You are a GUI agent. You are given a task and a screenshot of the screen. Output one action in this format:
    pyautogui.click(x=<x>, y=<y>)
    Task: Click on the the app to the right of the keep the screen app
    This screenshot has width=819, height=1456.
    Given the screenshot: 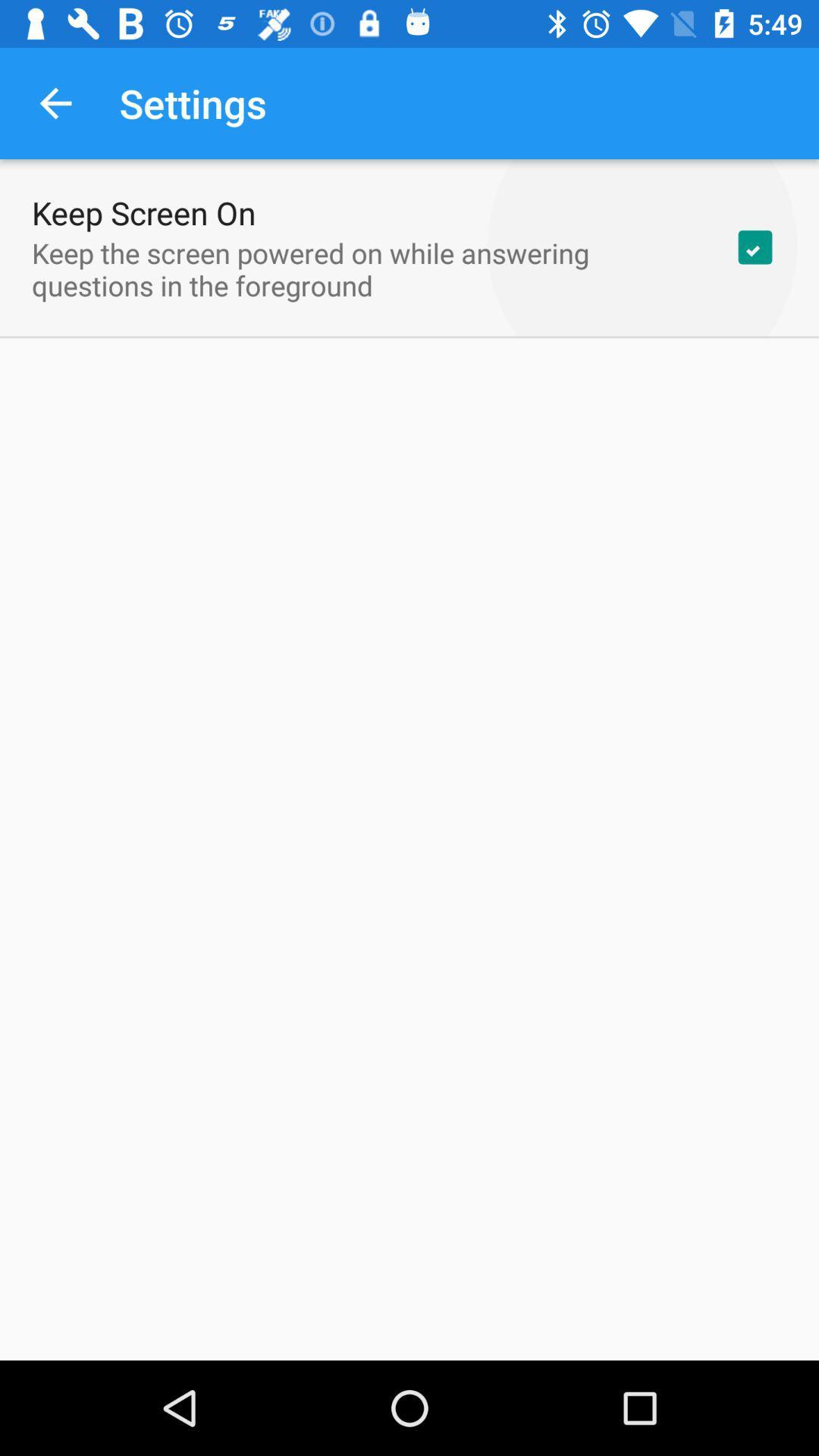 What is the action you would take?
    pyautogui.click(x=755, y=247)
    